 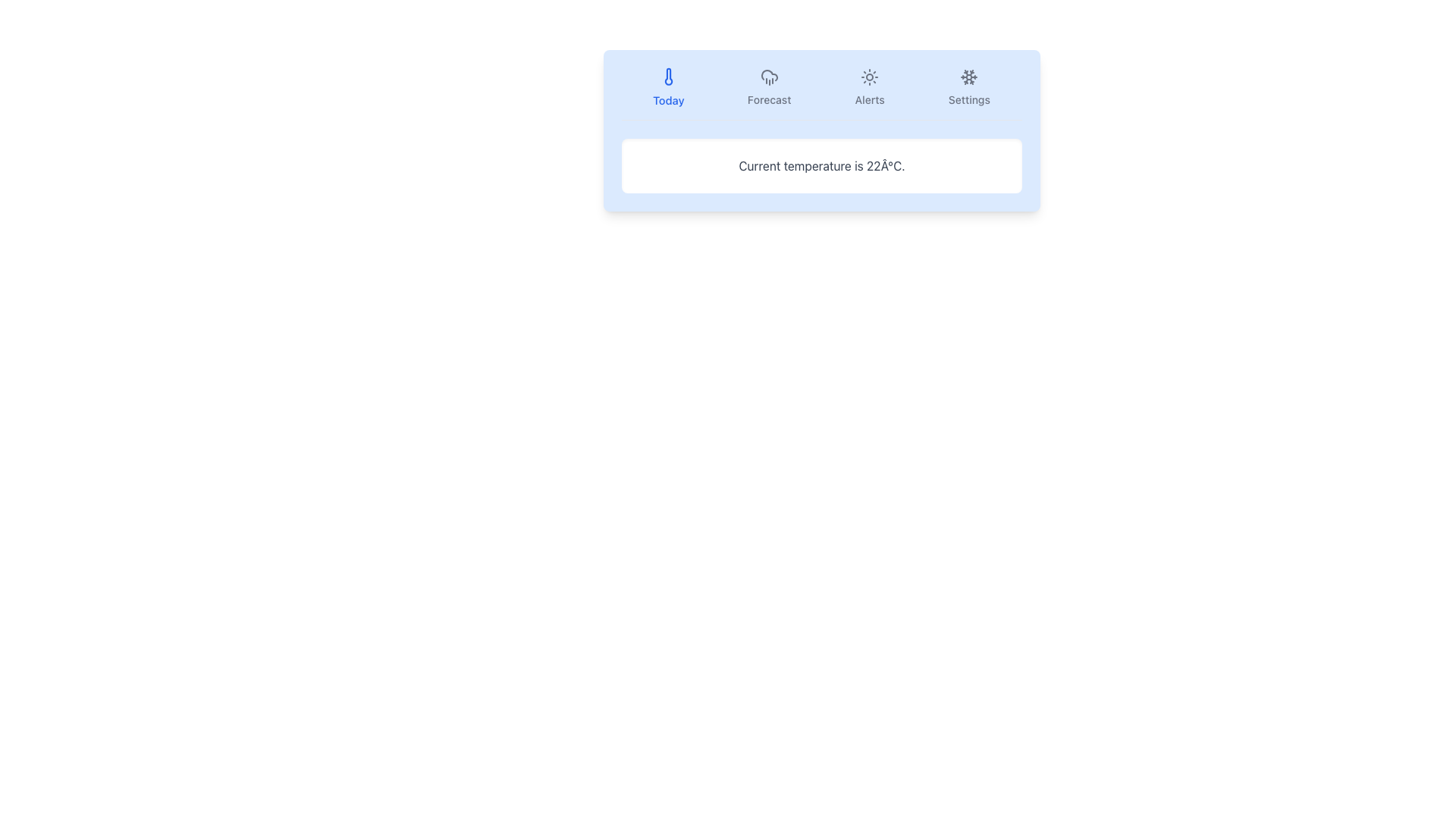 What do you see at coordinates (667, 77) in the screenshot?
I see `the thermometer icon button labeled 'Today'` at bounding box center [667, 77].